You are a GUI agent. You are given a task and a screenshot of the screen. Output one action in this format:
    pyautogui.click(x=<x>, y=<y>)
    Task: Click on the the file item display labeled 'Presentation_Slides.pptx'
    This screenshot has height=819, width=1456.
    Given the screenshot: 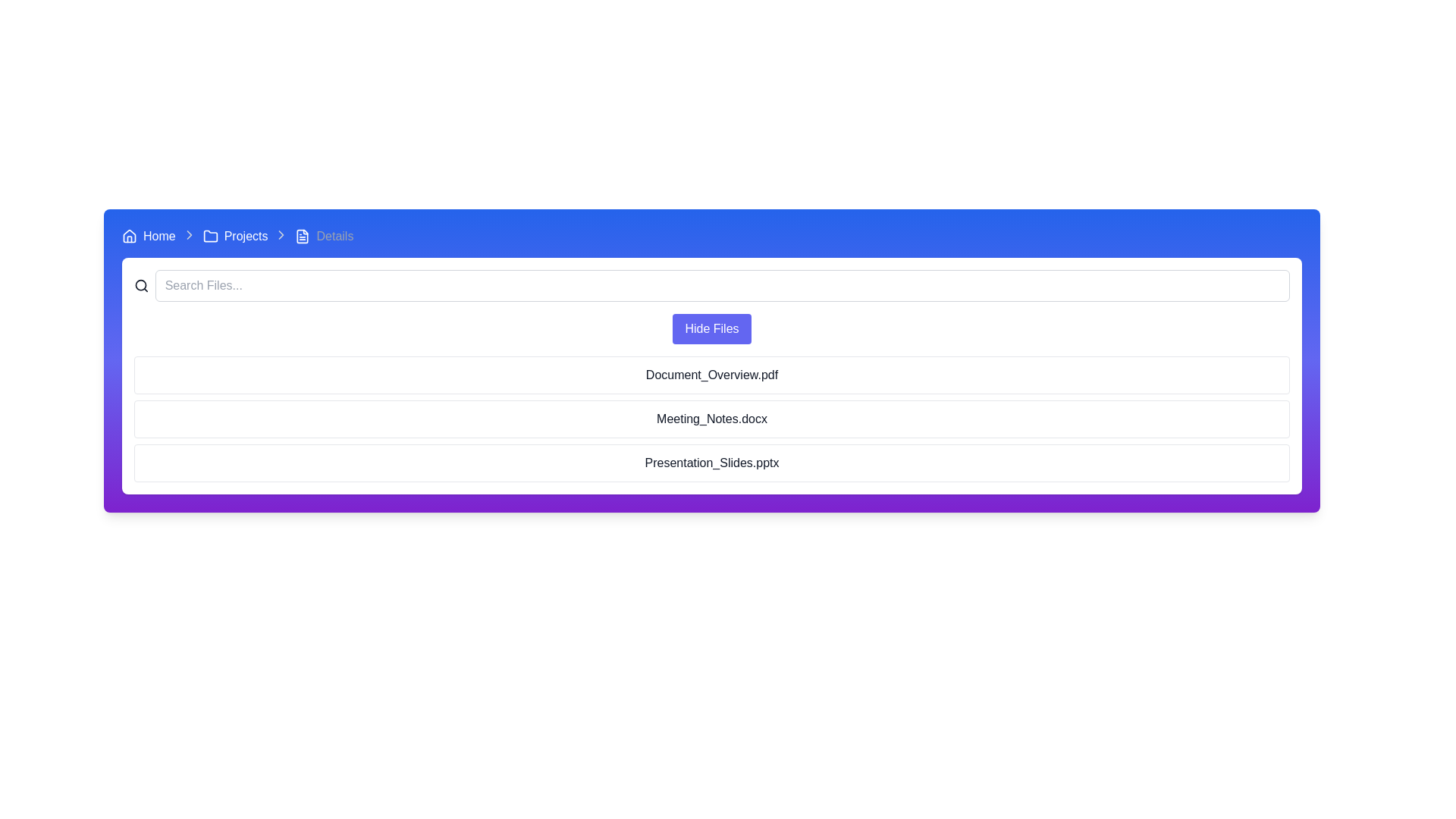 What is the action you would take?
    pyautogui.click(x=711, y=462)
    